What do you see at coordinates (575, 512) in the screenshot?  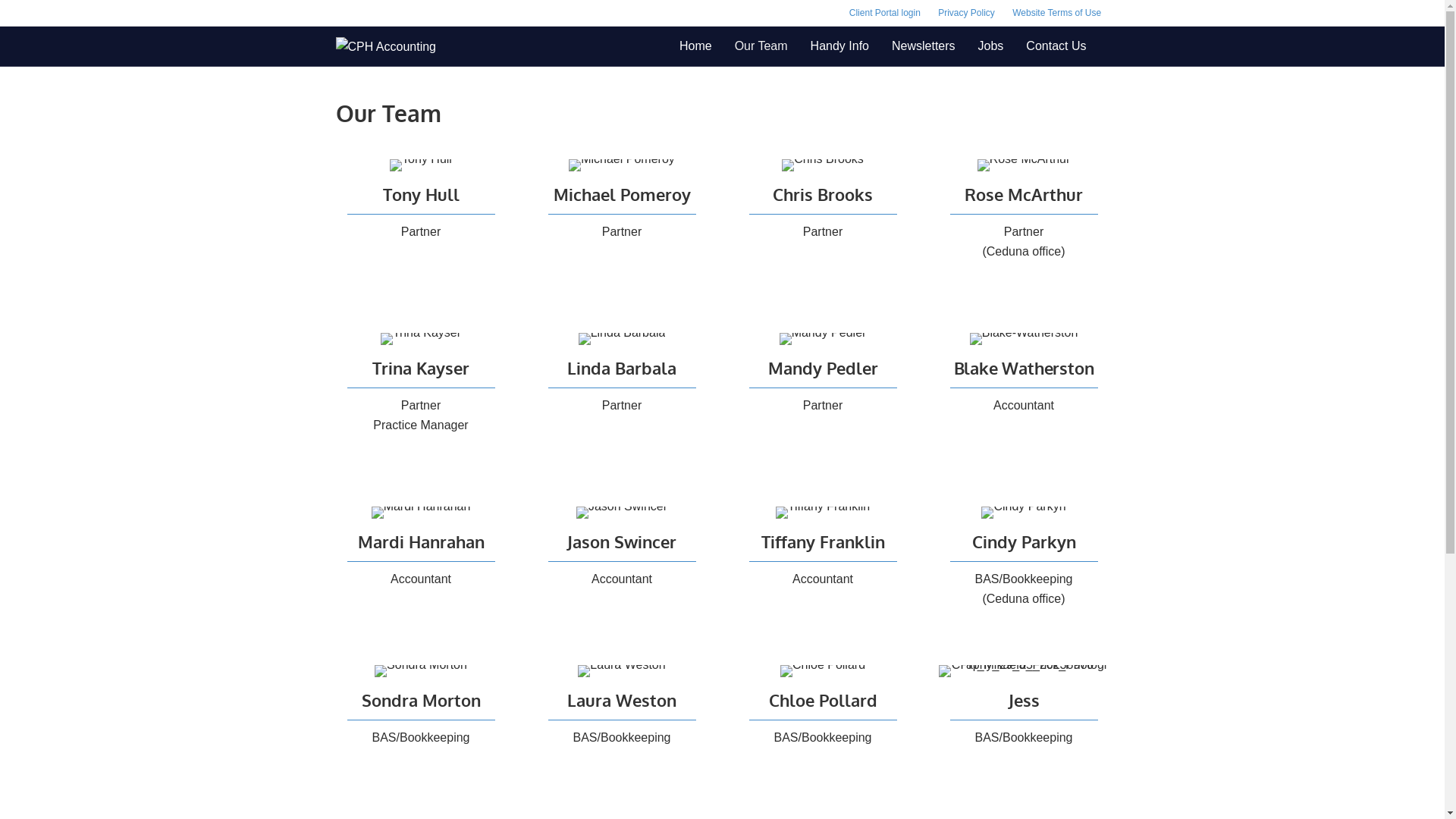 I see `'Jason-Swincer'` at bounding box center [575, 512].